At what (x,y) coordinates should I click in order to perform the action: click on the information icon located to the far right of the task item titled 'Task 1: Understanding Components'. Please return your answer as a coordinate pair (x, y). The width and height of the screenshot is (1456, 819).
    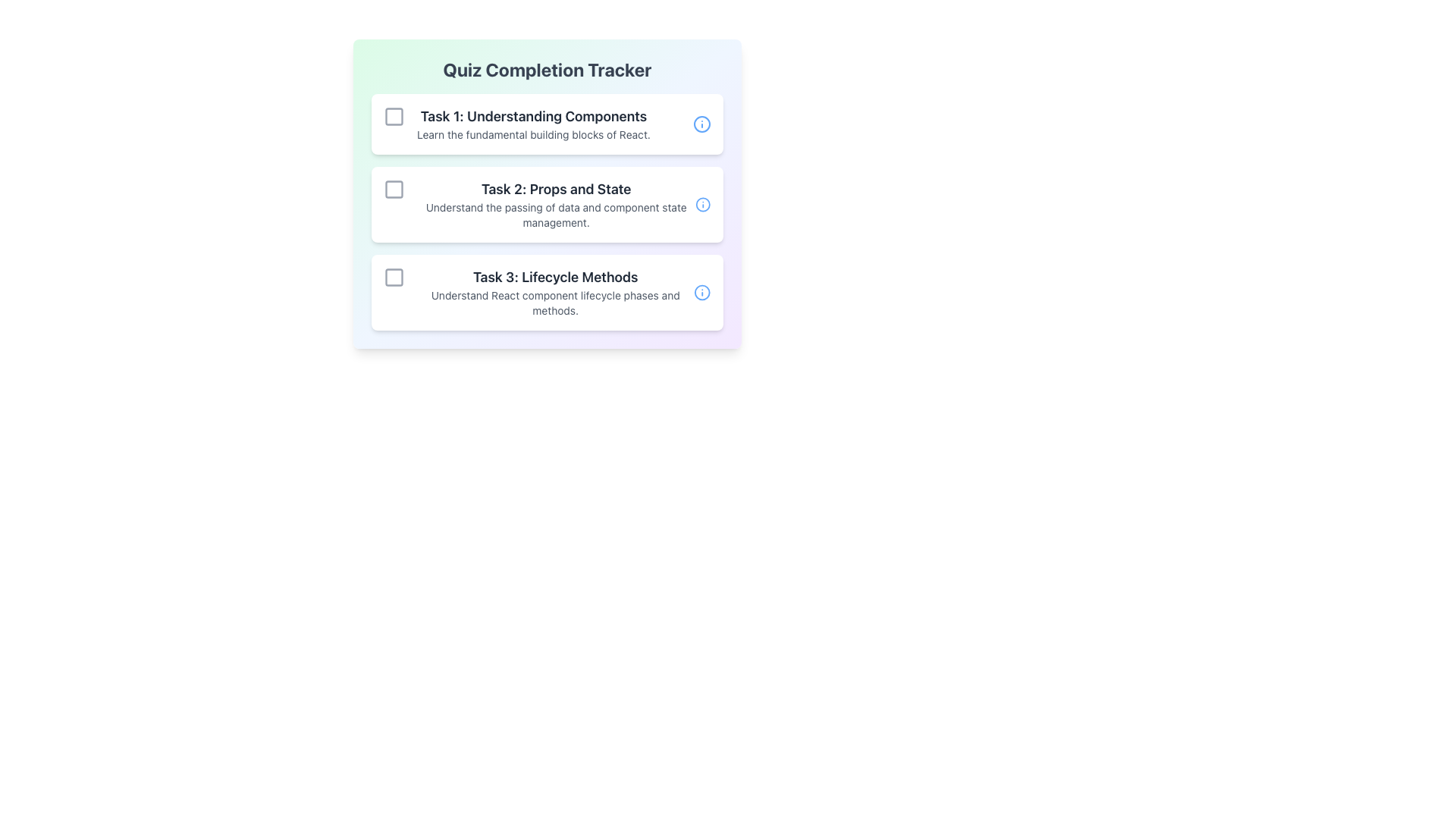
    Looking at the image, I should click on (701, 124).